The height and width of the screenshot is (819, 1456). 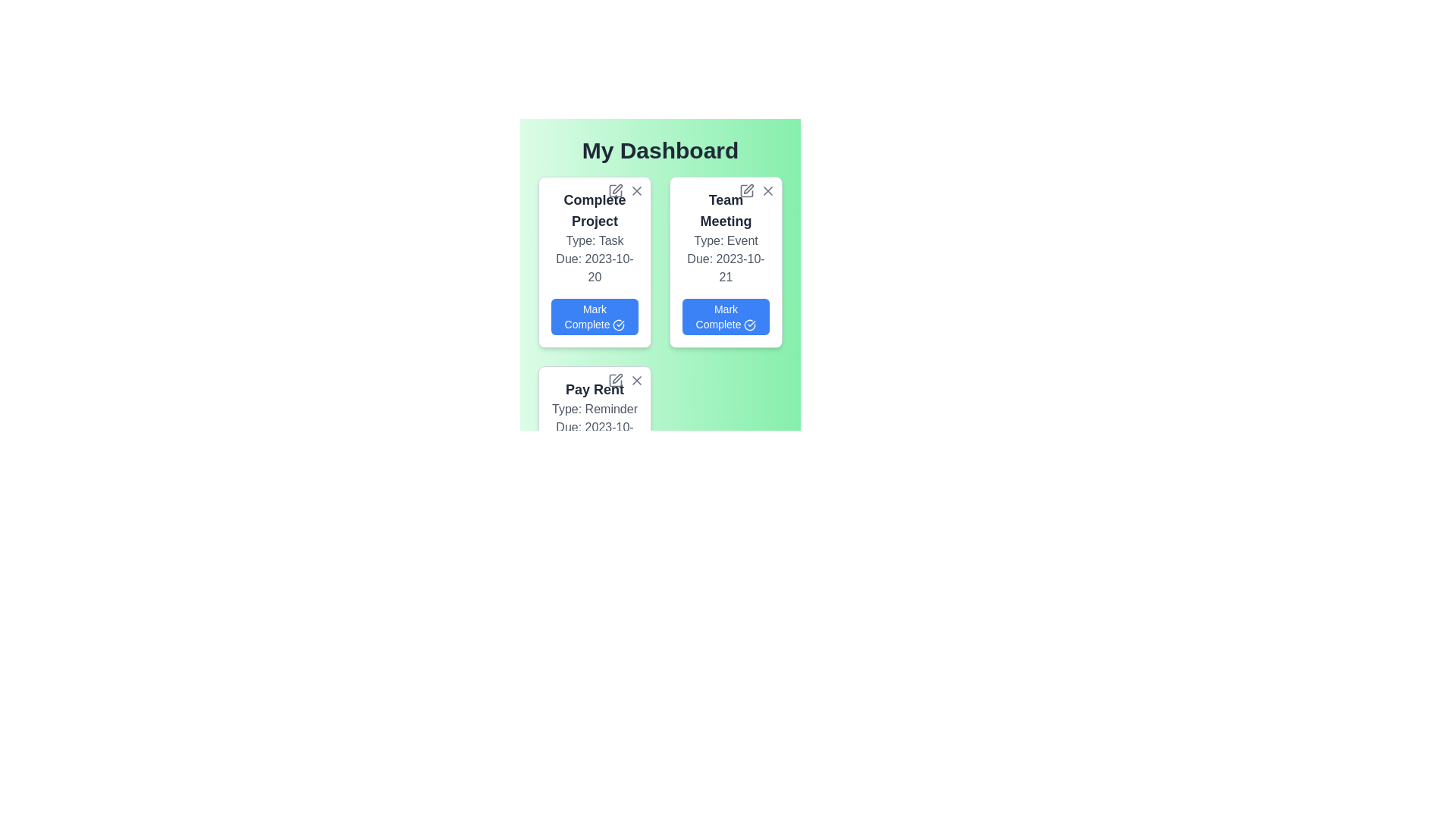 What do you see at coordinates (637, 190) in the screenshot?
I see `the close button icon located at the top-right corner of the 'Complete Project' card` at bounding box center [637, 190].